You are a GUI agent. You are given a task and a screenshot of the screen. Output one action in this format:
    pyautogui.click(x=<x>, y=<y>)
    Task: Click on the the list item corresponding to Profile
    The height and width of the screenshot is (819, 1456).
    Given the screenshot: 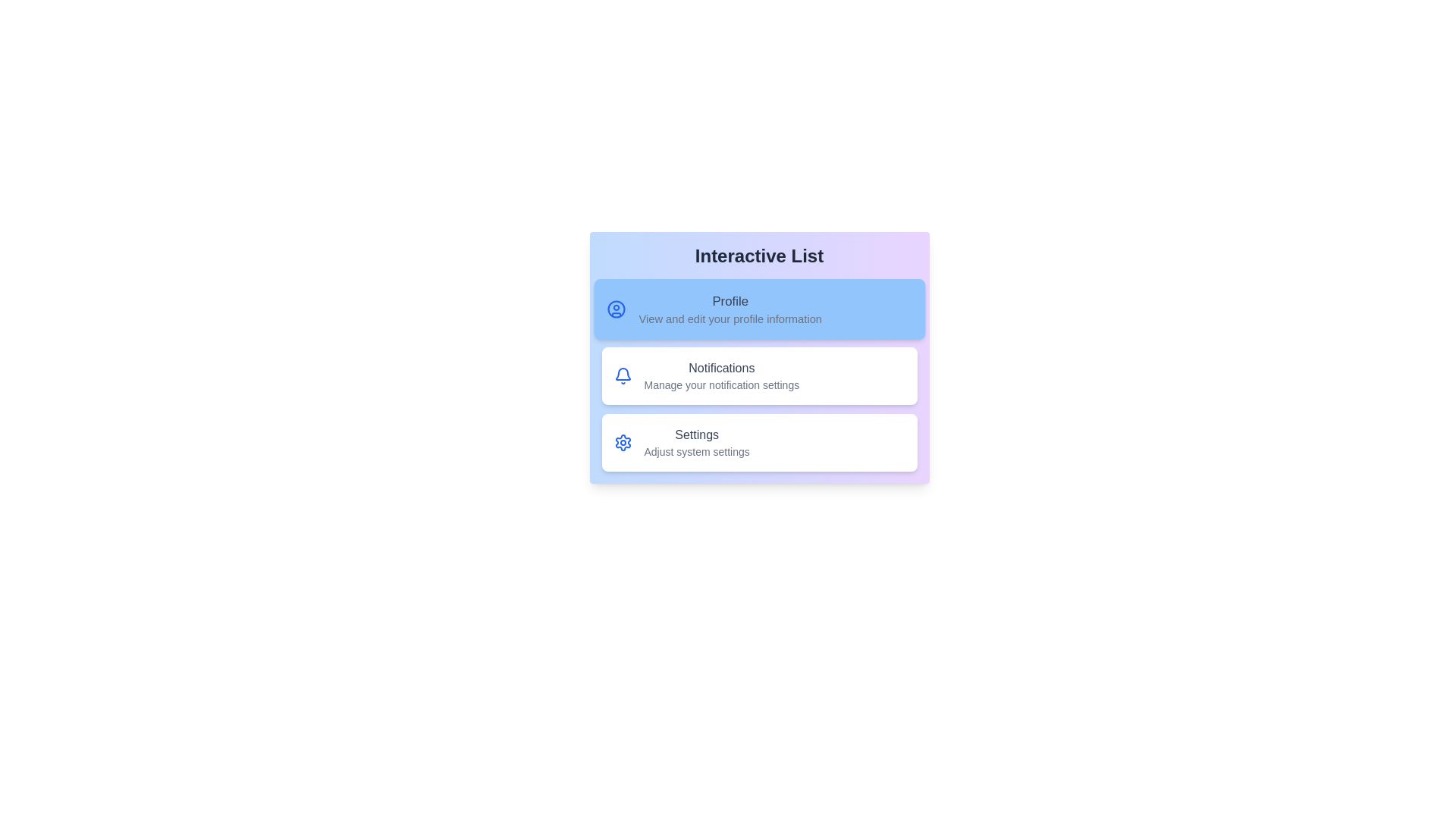 What is the action you would take?
    pyautogui.click(x=759, y=309)
    